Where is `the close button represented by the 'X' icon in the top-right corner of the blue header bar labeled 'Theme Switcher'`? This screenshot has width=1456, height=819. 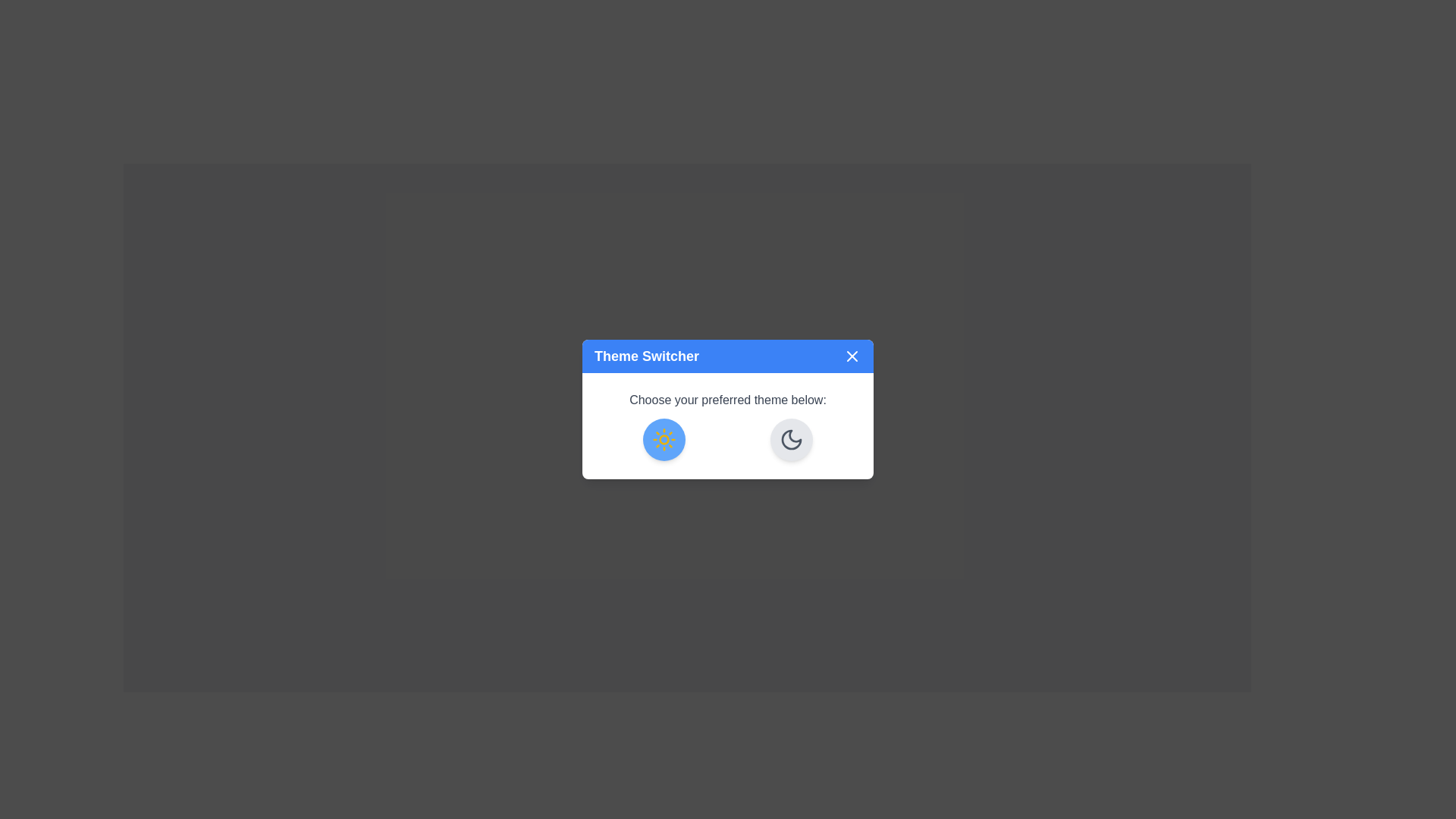 the close button represented by the 'X' icon in the top-right corner of the blue header bar labeled 'Theme Switcher' is located at coordinates (852, 356).